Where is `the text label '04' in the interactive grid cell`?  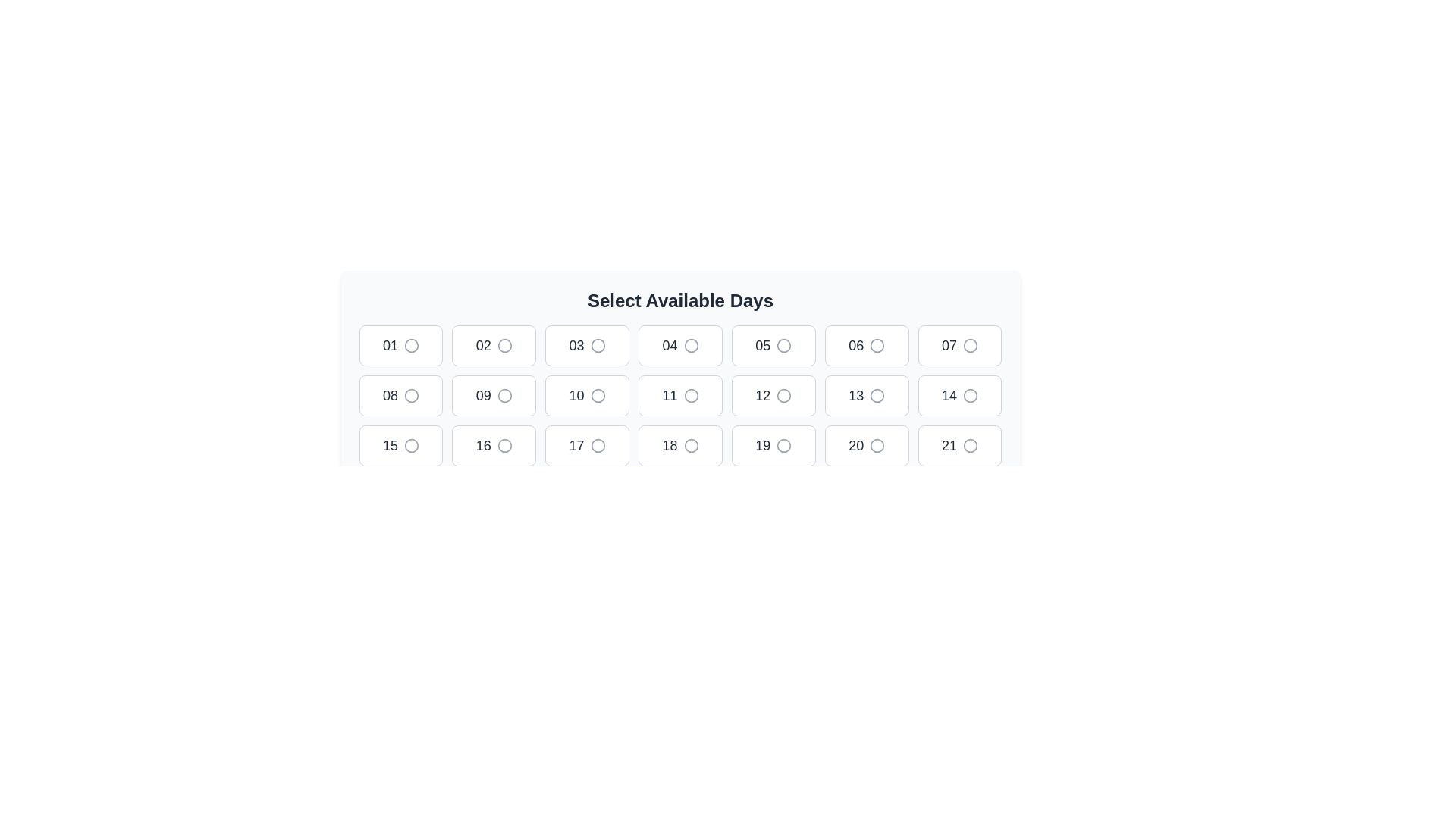
the text label '04' in the interactive grid cell is located at coordinates (669, 345).